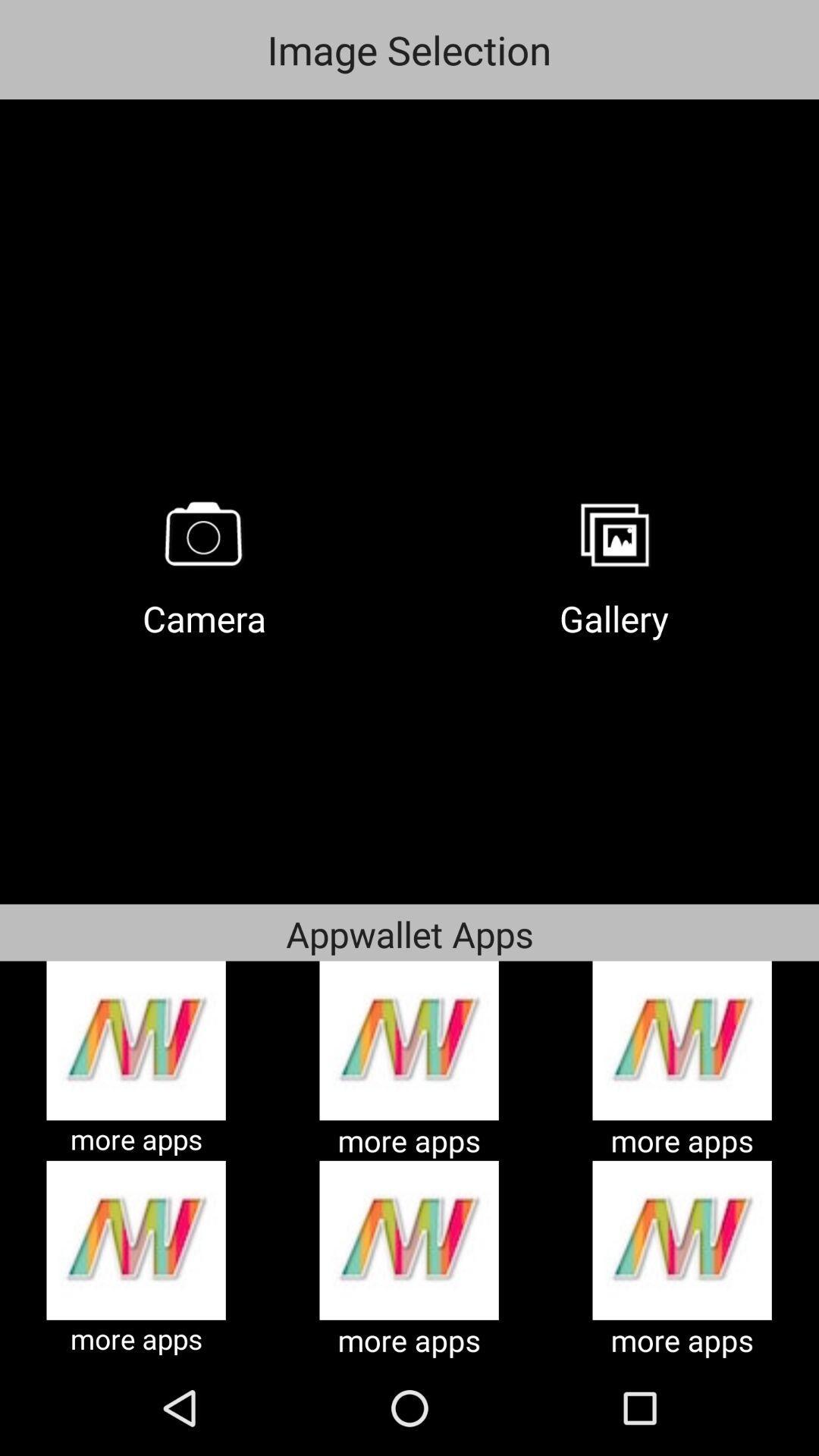 The width and height of the screenshot is (819, 1456). Describe the element at coordinates (205, 535) in the screenshot. I see `the photo icon` at that location.